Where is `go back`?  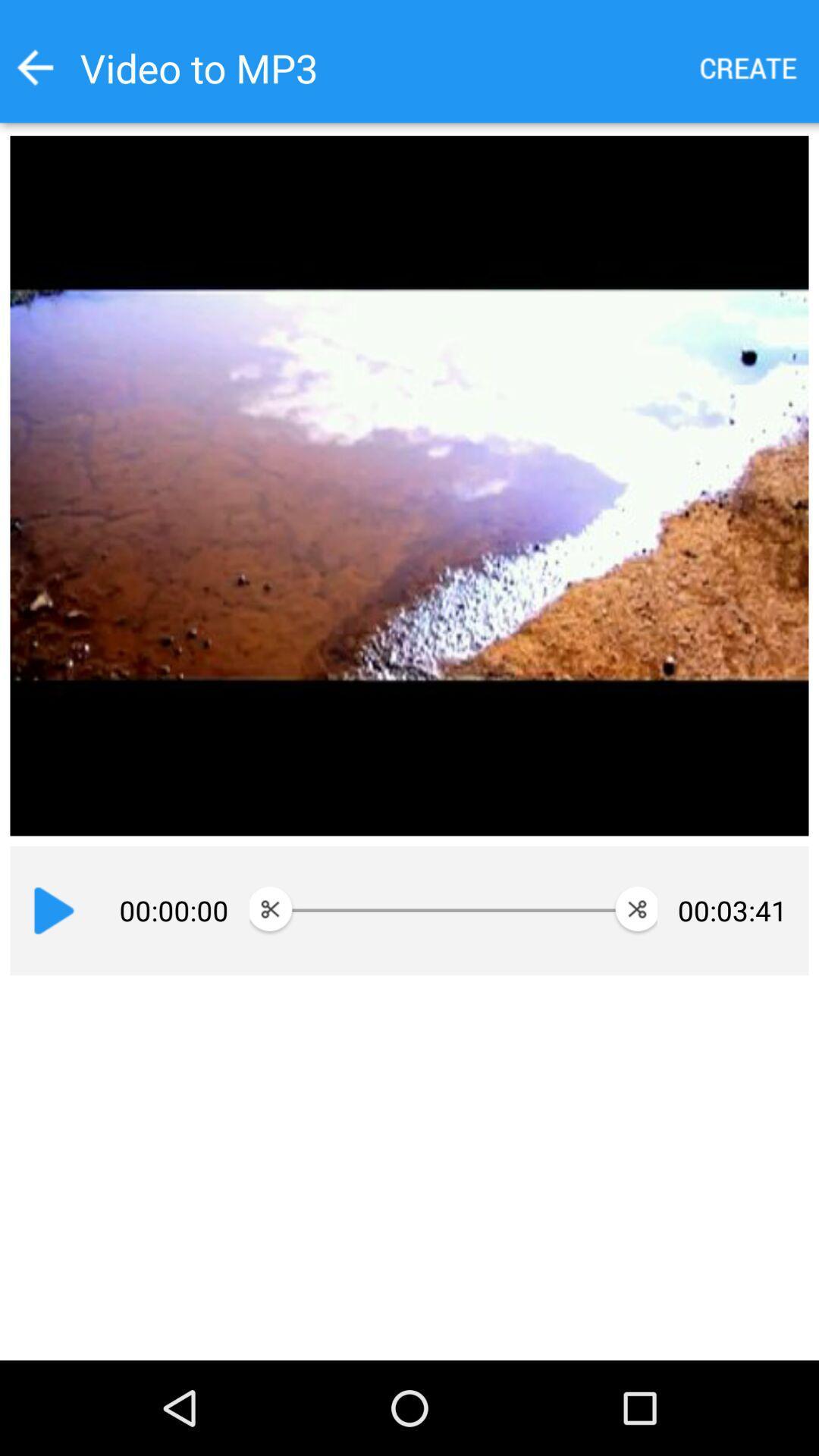
go back is located at coordinates (34, 67).